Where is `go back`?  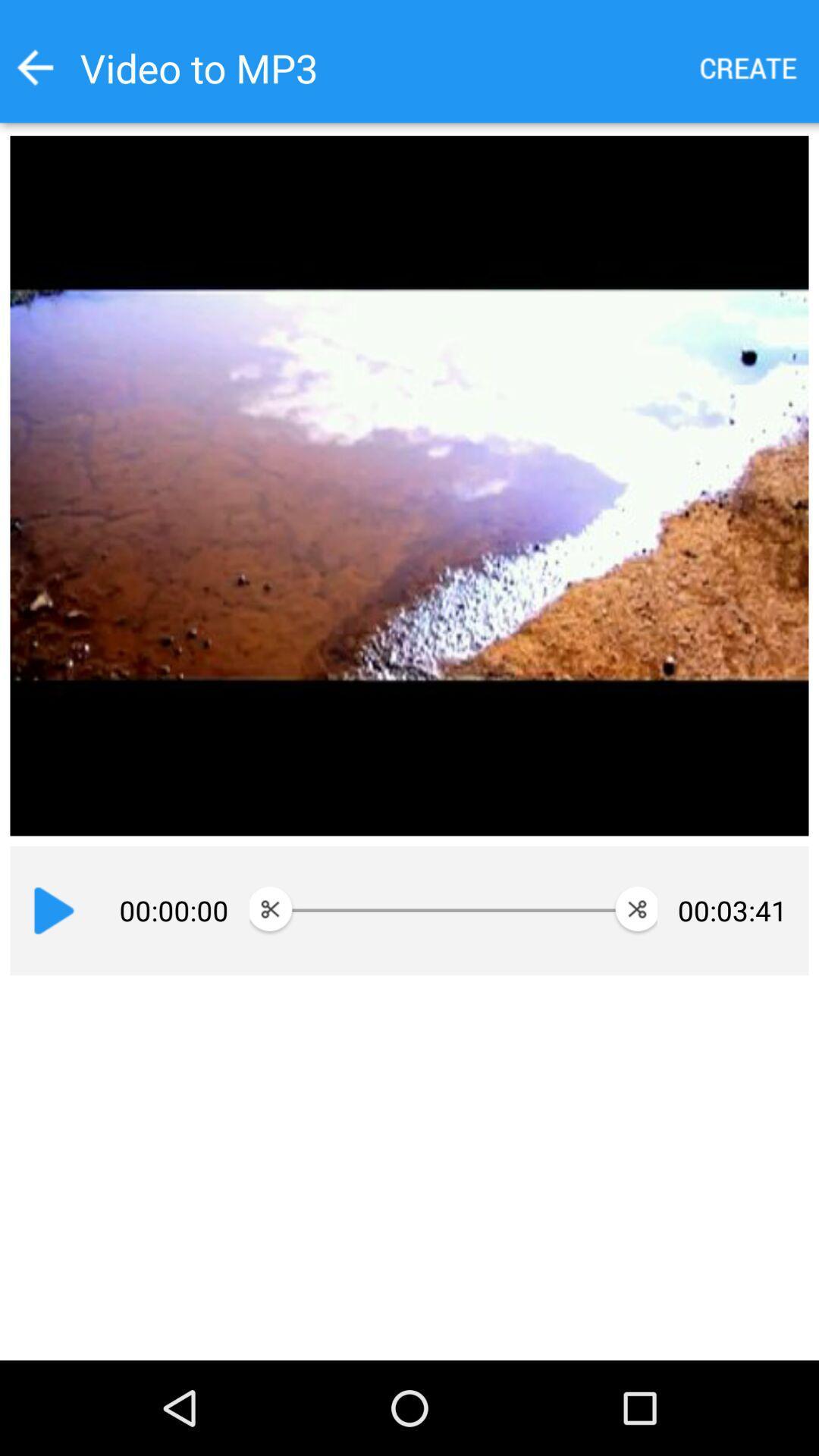
go back is located at coordinates (34, 67).